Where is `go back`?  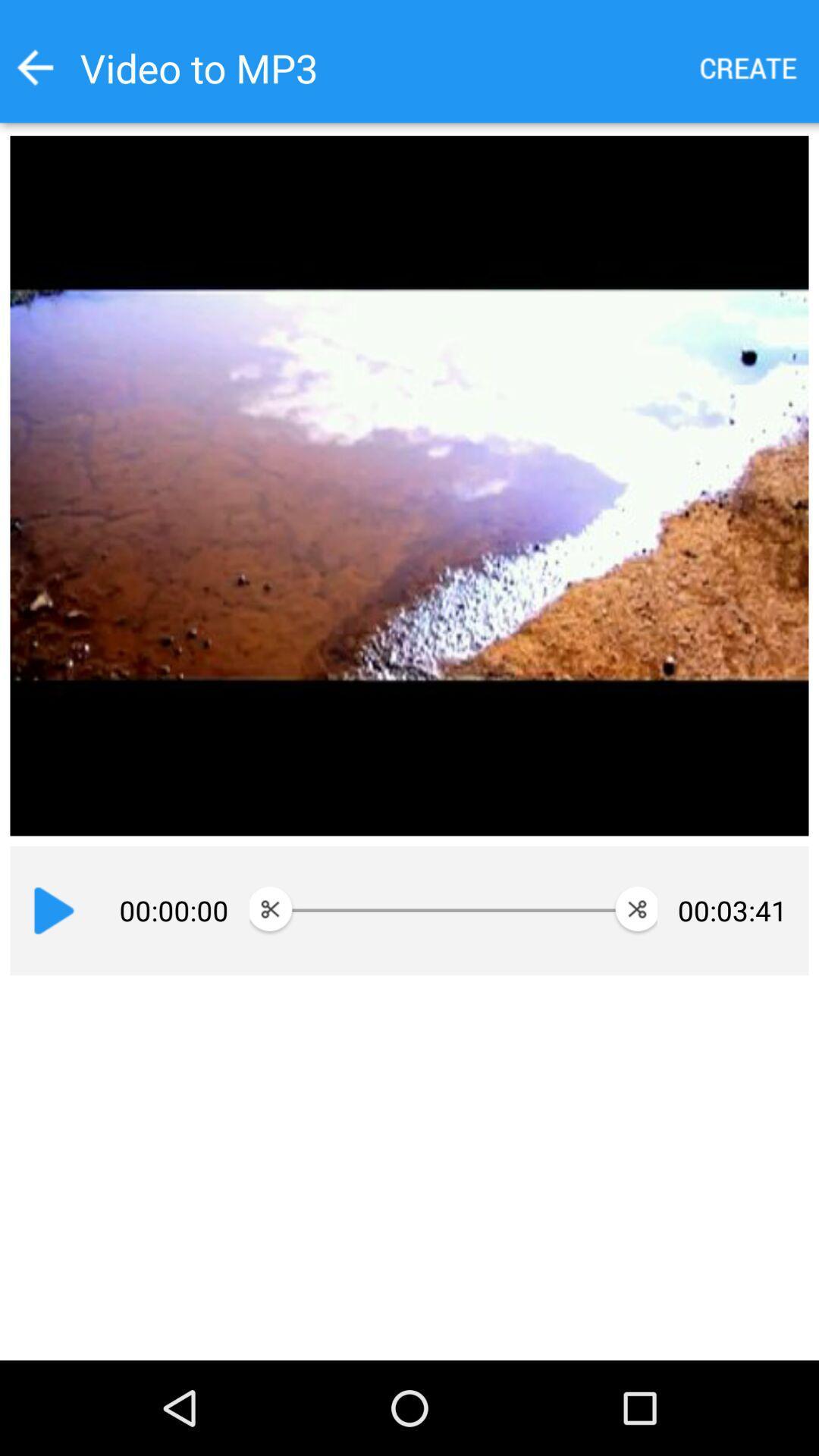
go back is located at coordinates (34, 67).